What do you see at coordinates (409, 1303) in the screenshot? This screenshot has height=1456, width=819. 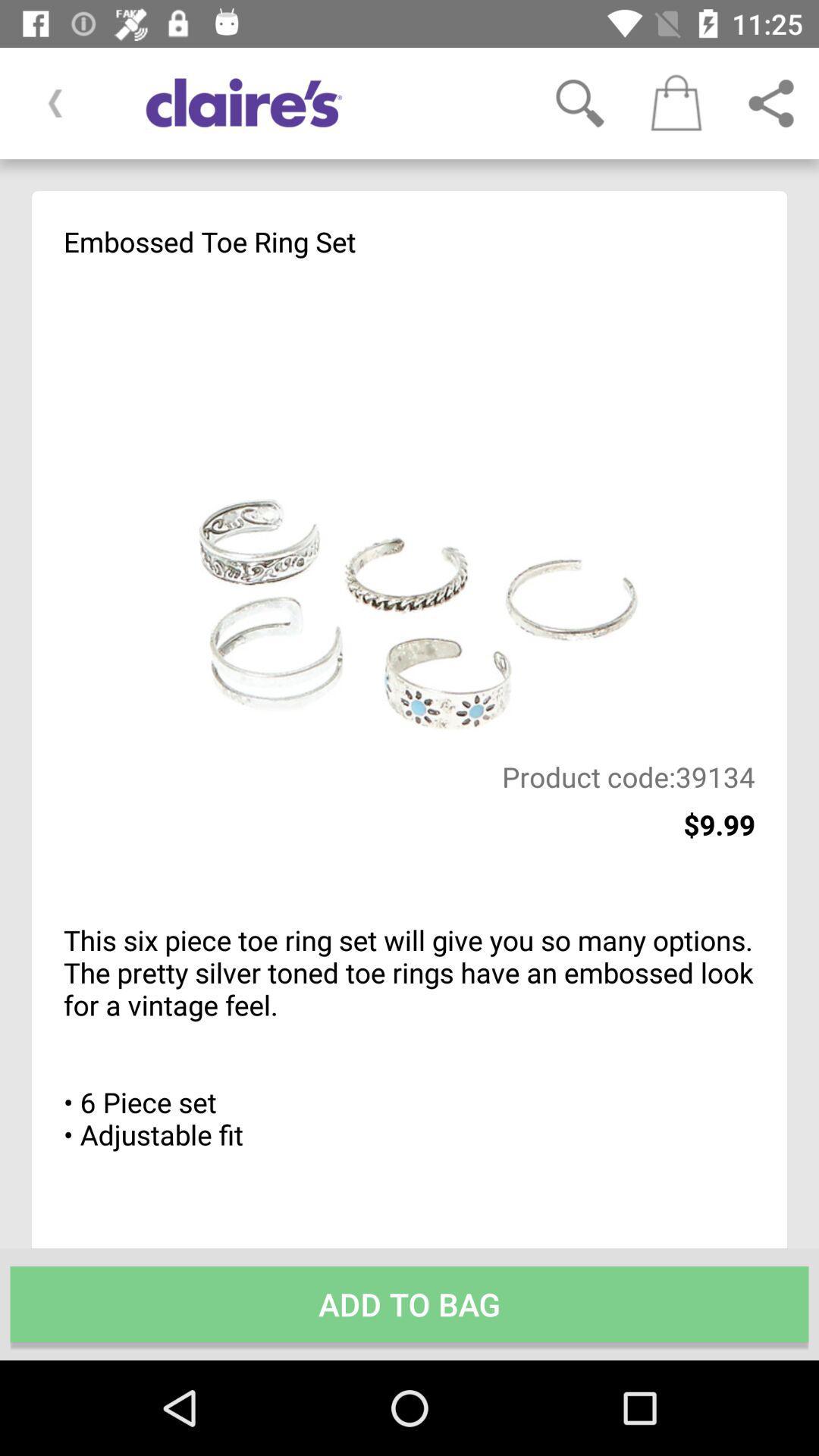 I see `add to bag button` at bounding box center [409, 1303].